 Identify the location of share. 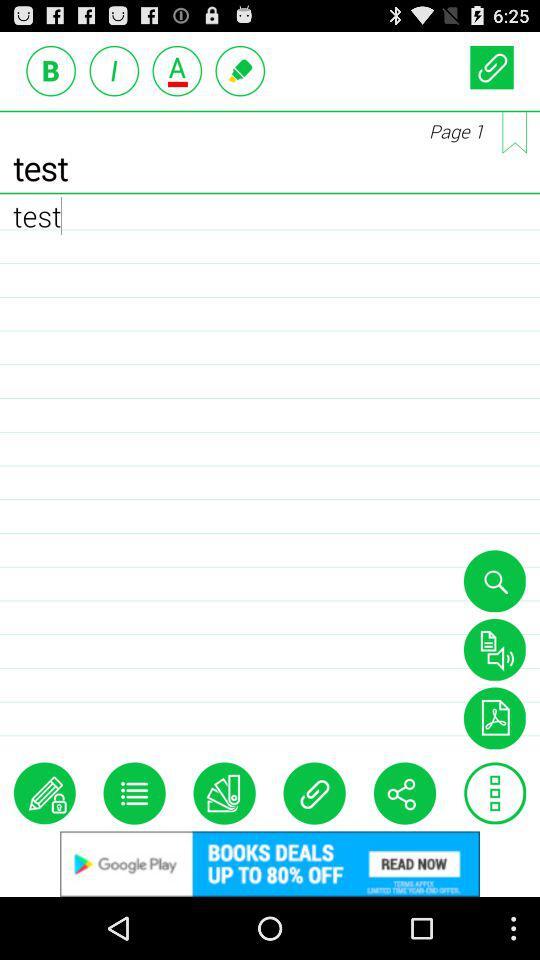
(404, 793).